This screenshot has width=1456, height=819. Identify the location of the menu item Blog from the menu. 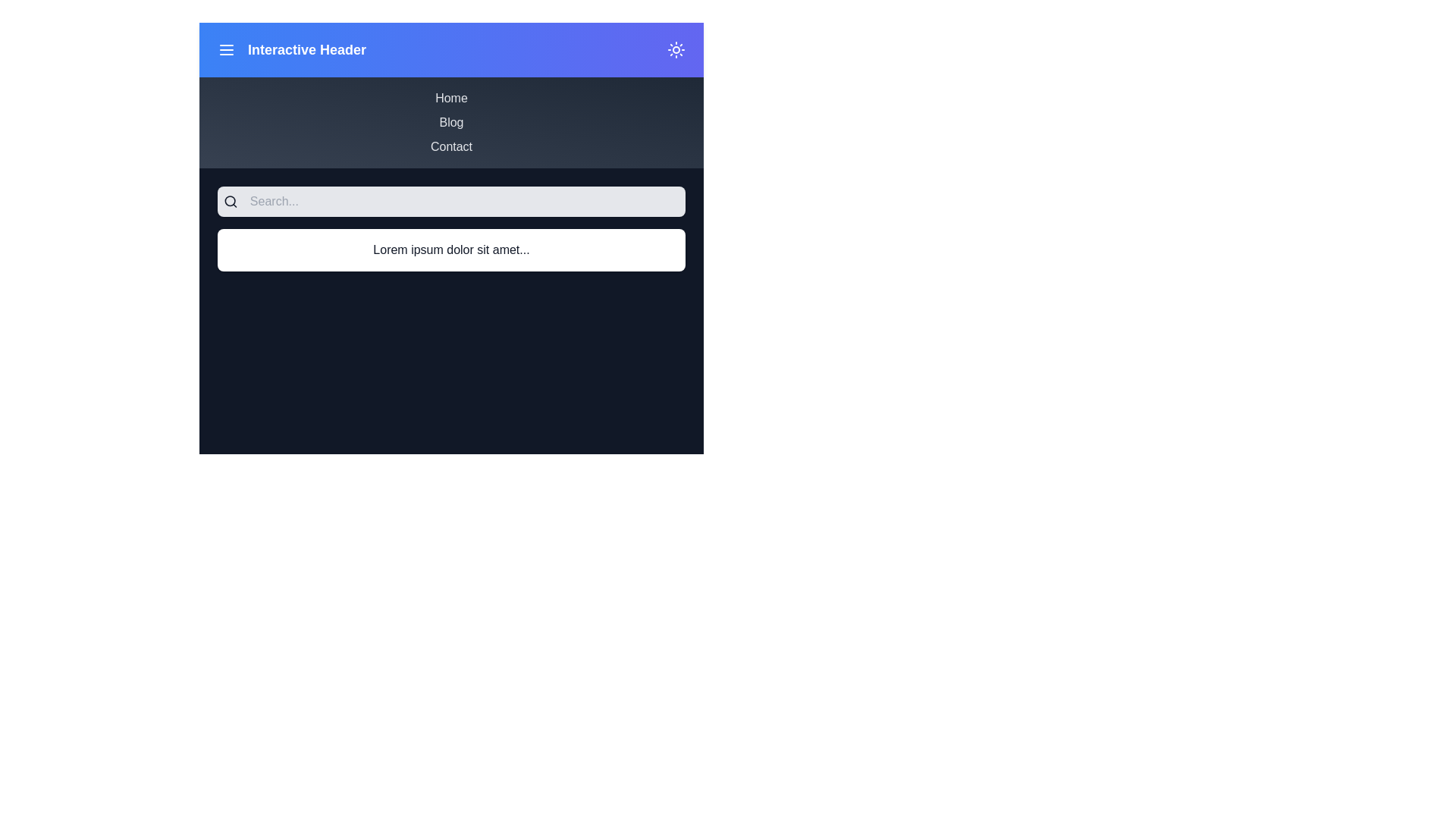
(450, 122).